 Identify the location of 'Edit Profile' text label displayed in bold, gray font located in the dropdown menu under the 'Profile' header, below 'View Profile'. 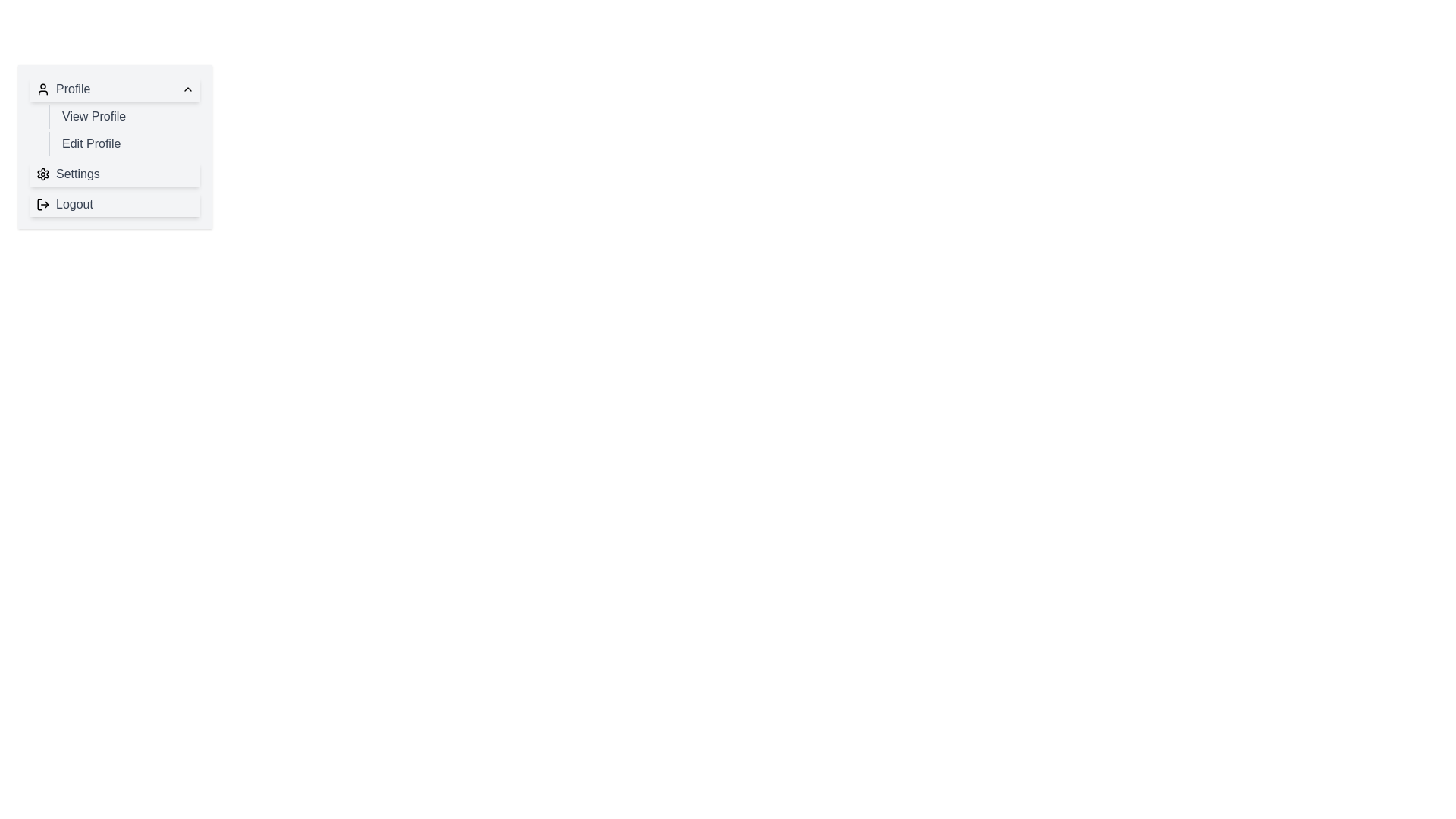
(90, 143).